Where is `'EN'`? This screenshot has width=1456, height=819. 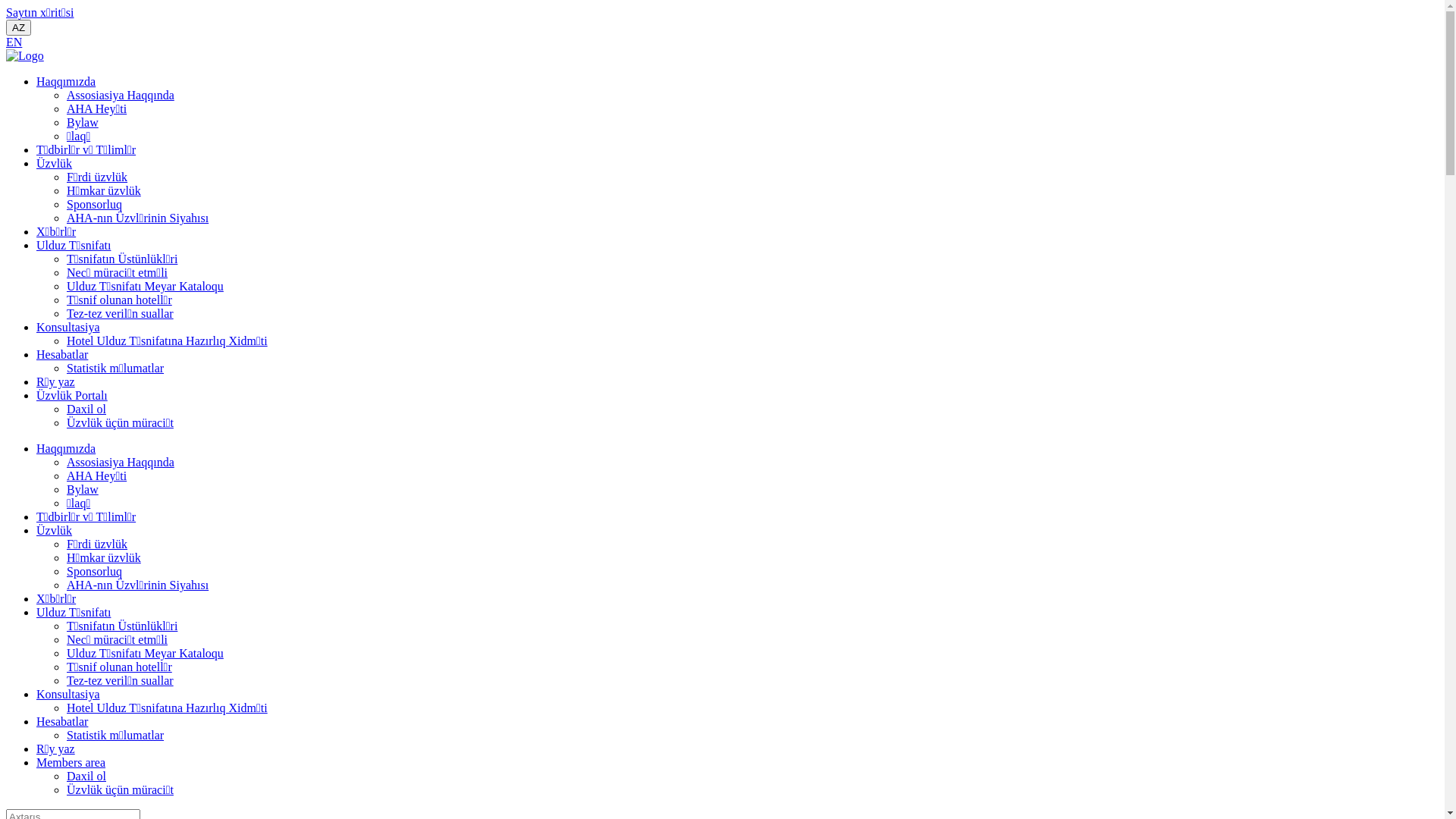
'EN' is located at coordinates (14, 41).